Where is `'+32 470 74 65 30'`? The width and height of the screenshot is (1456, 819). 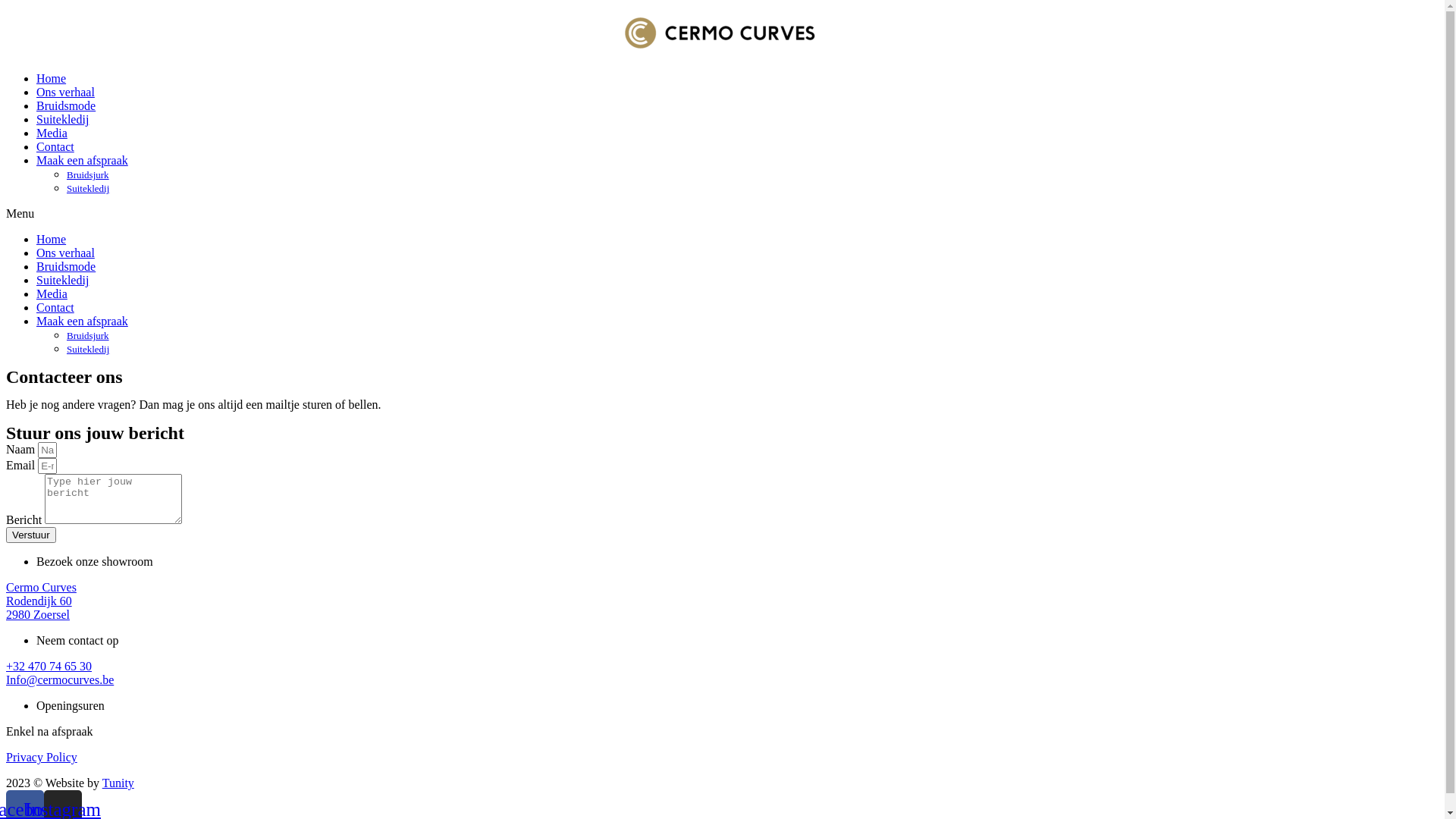
'+32 470 74 65 30' is located at coordinates (49, 665).